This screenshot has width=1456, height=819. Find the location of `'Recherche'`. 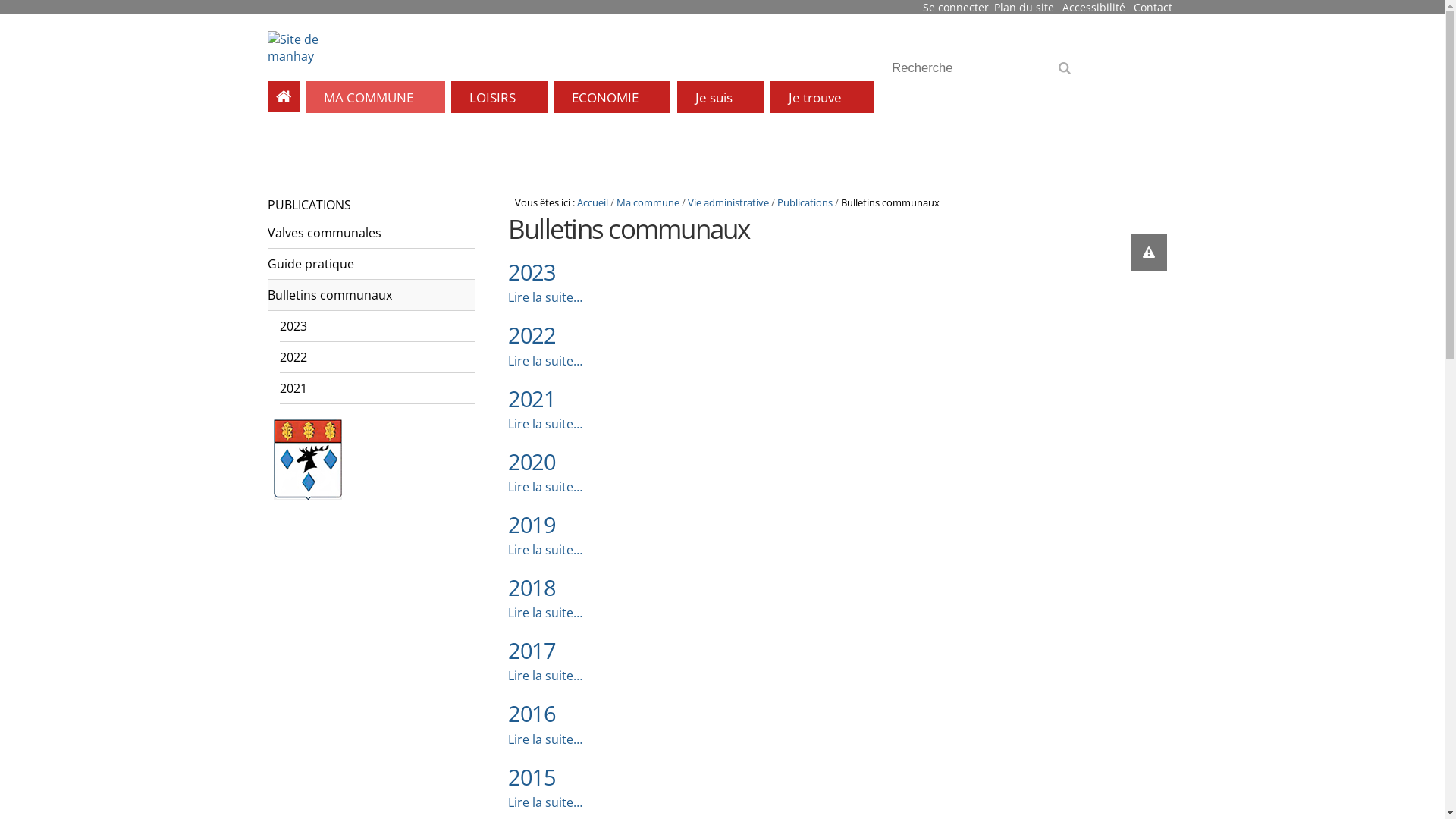

'Recherche' is located at coordinates (986, 67).